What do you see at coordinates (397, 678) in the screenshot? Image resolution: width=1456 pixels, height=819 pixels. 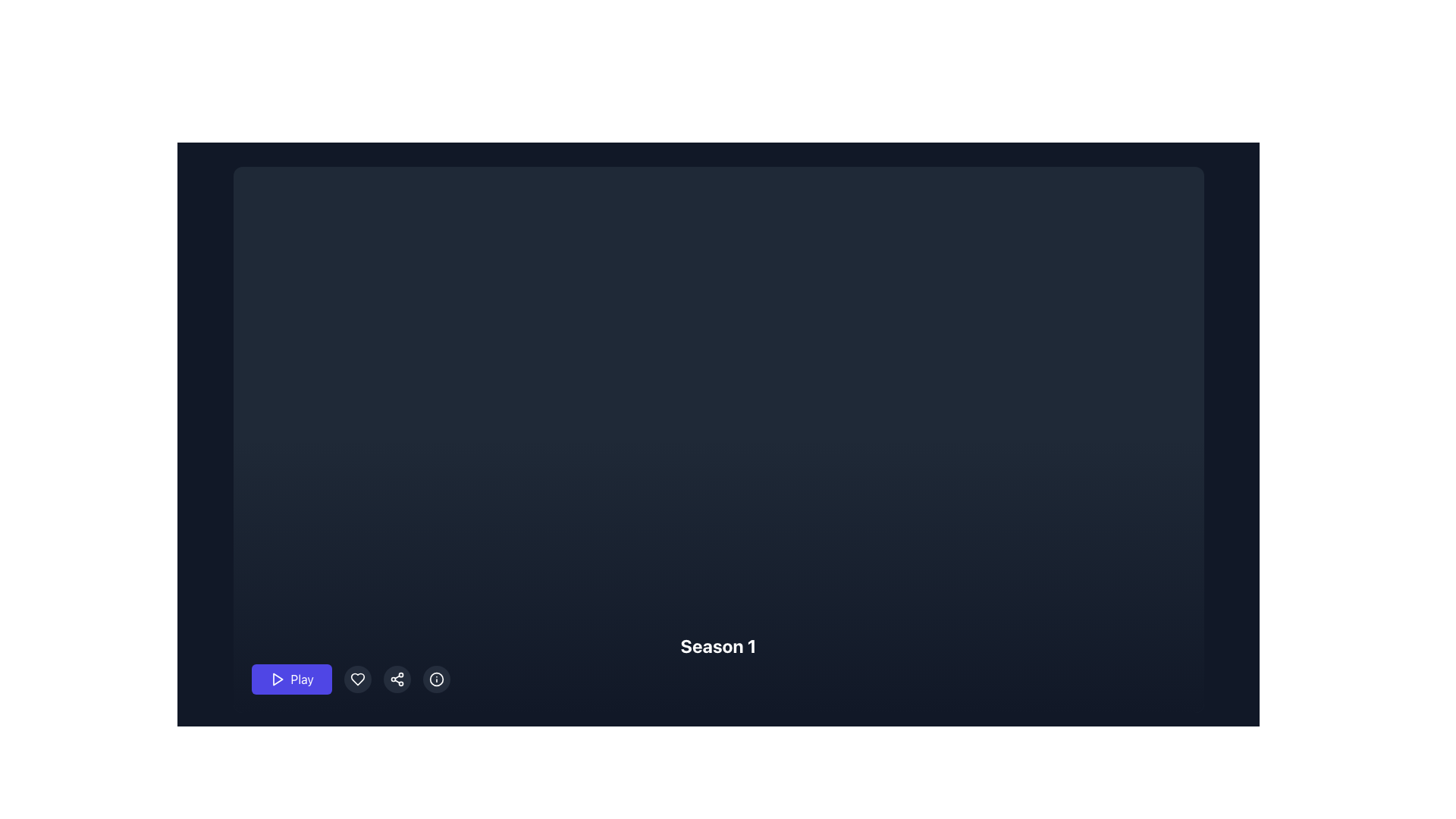 I see `the third interactive sharing button located between the heart-shaped button and the information icon` at bounding box center [397, 678].